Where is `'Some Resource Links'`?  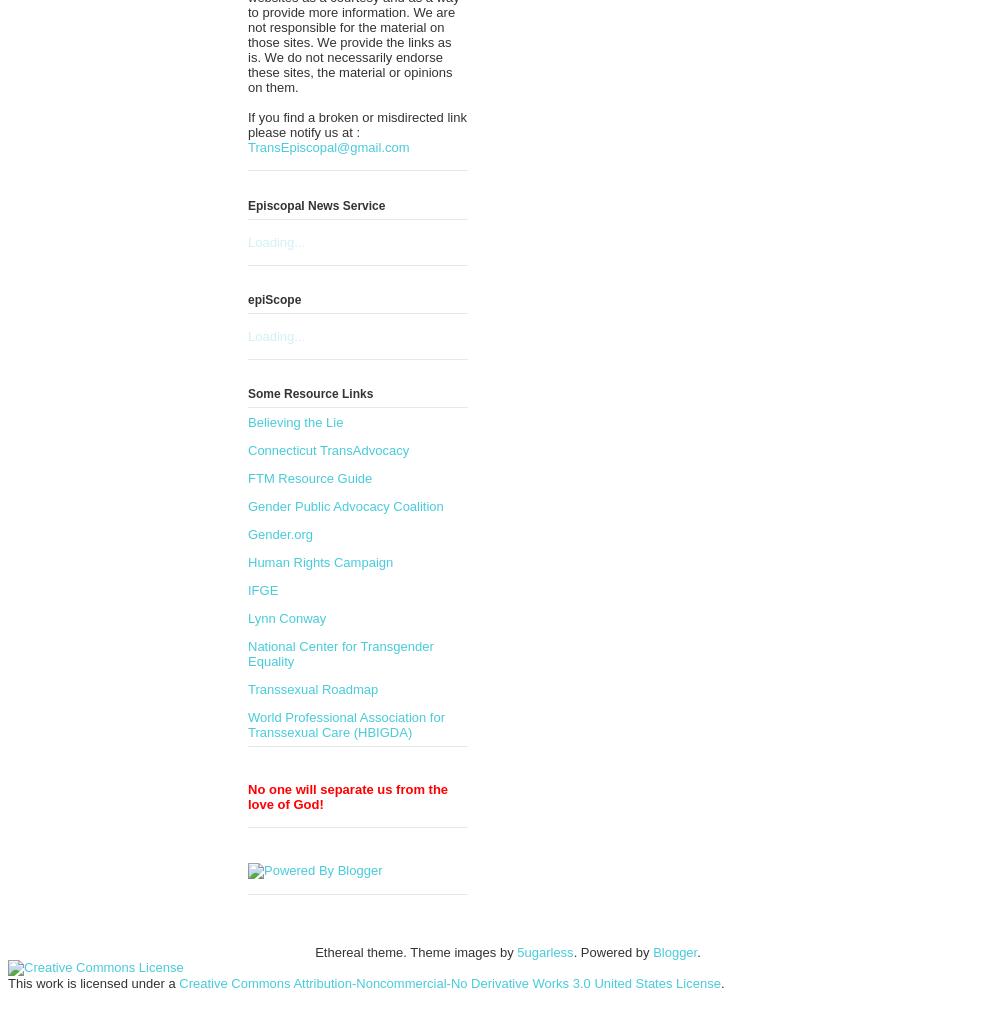
'Some Resource Links' is located at coordinates (310, 392).